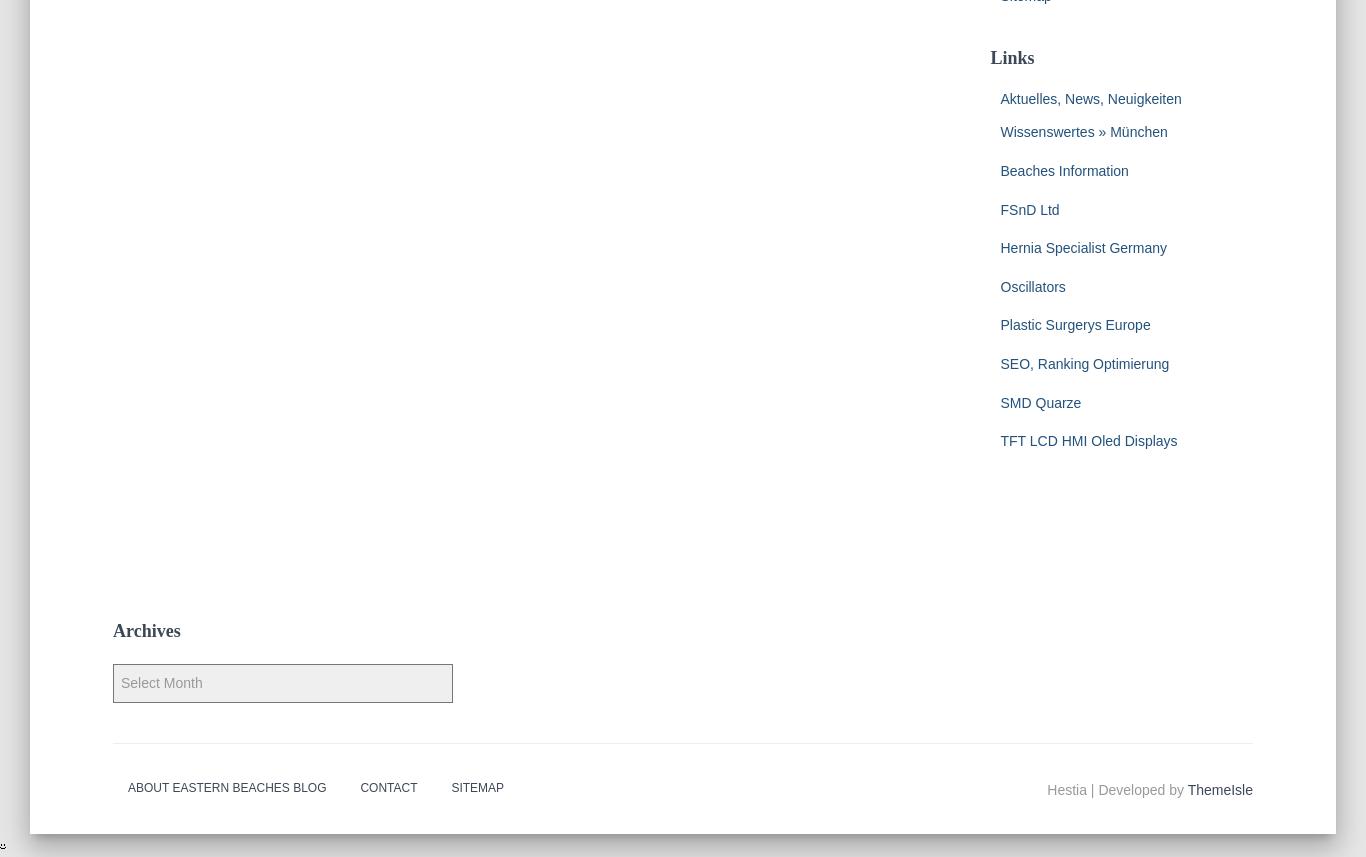  I want to click on 'SEO, Ranking Optimierung', so click(1083, 362).